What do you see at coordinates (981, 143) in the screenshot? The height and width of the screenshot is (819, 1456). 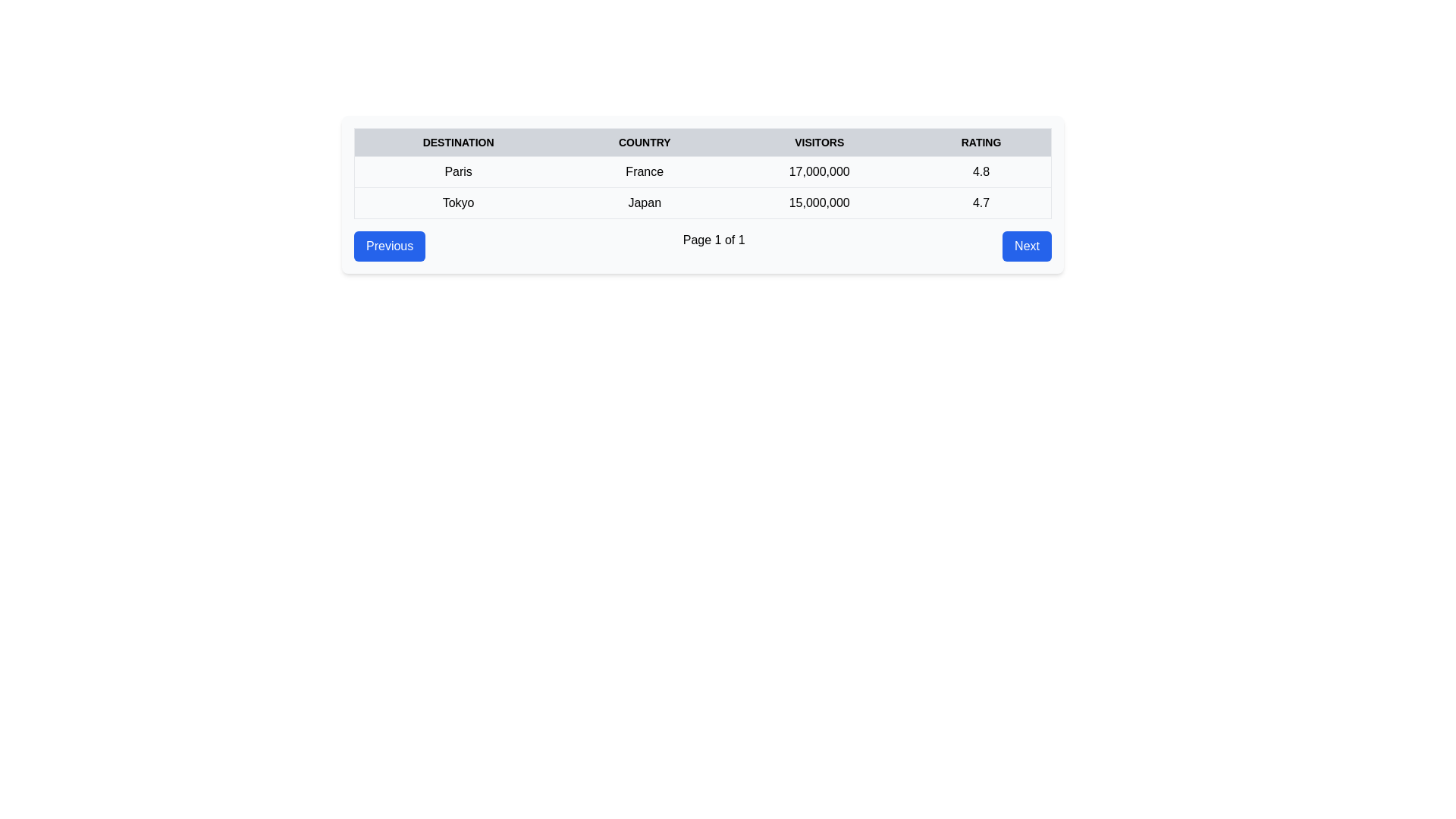 I see `the 'RATING' text label, which is the fourth column header in the table's header row, featuring bold, uppercase text on a light gray background` at bounding box center [981, 143].